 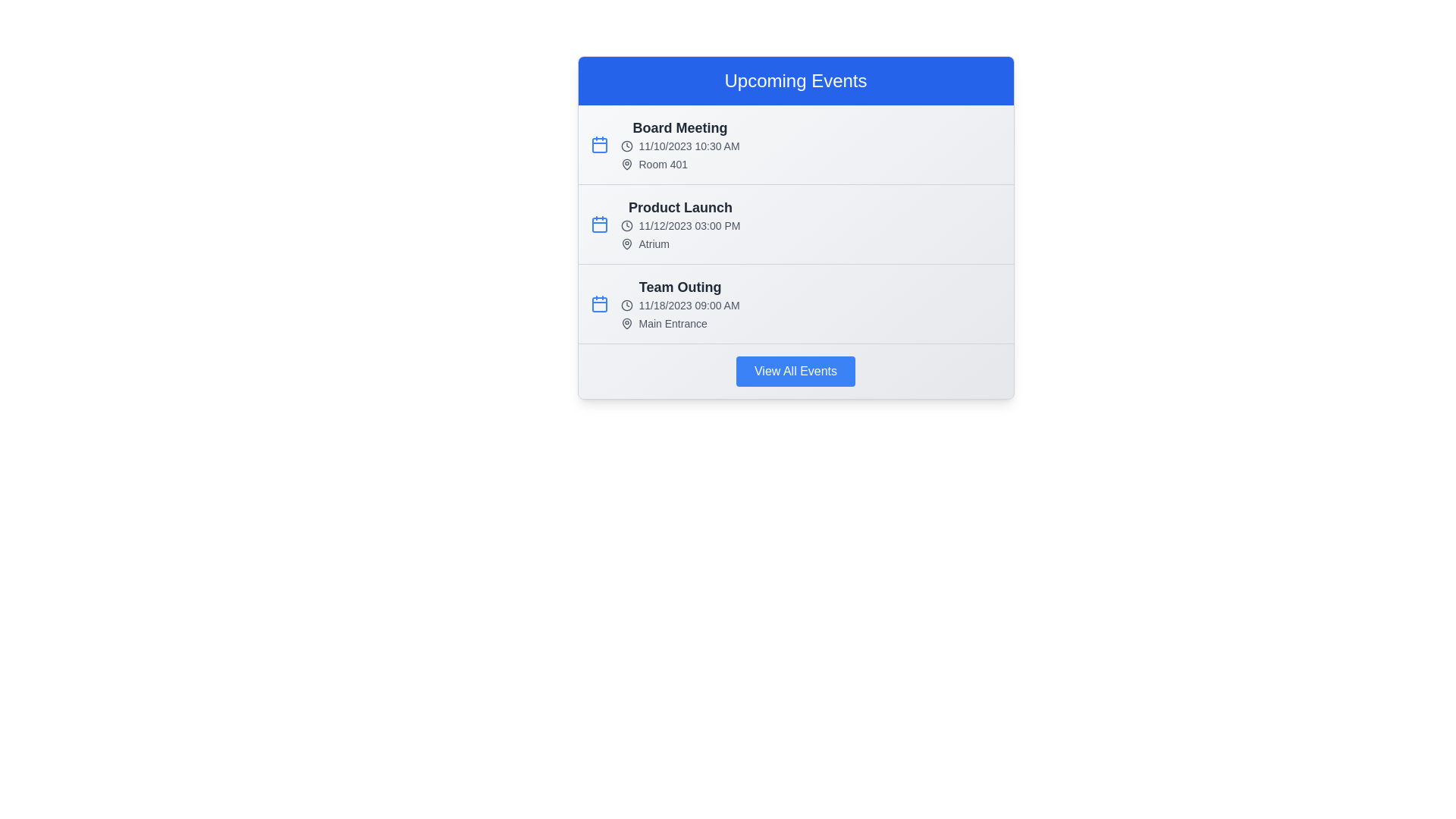 I want to click on the 'Team Outing' date and time details text with icon element, which is located directly below the 'Team Outing' text in the event listing section, so click(x=679, y=305).